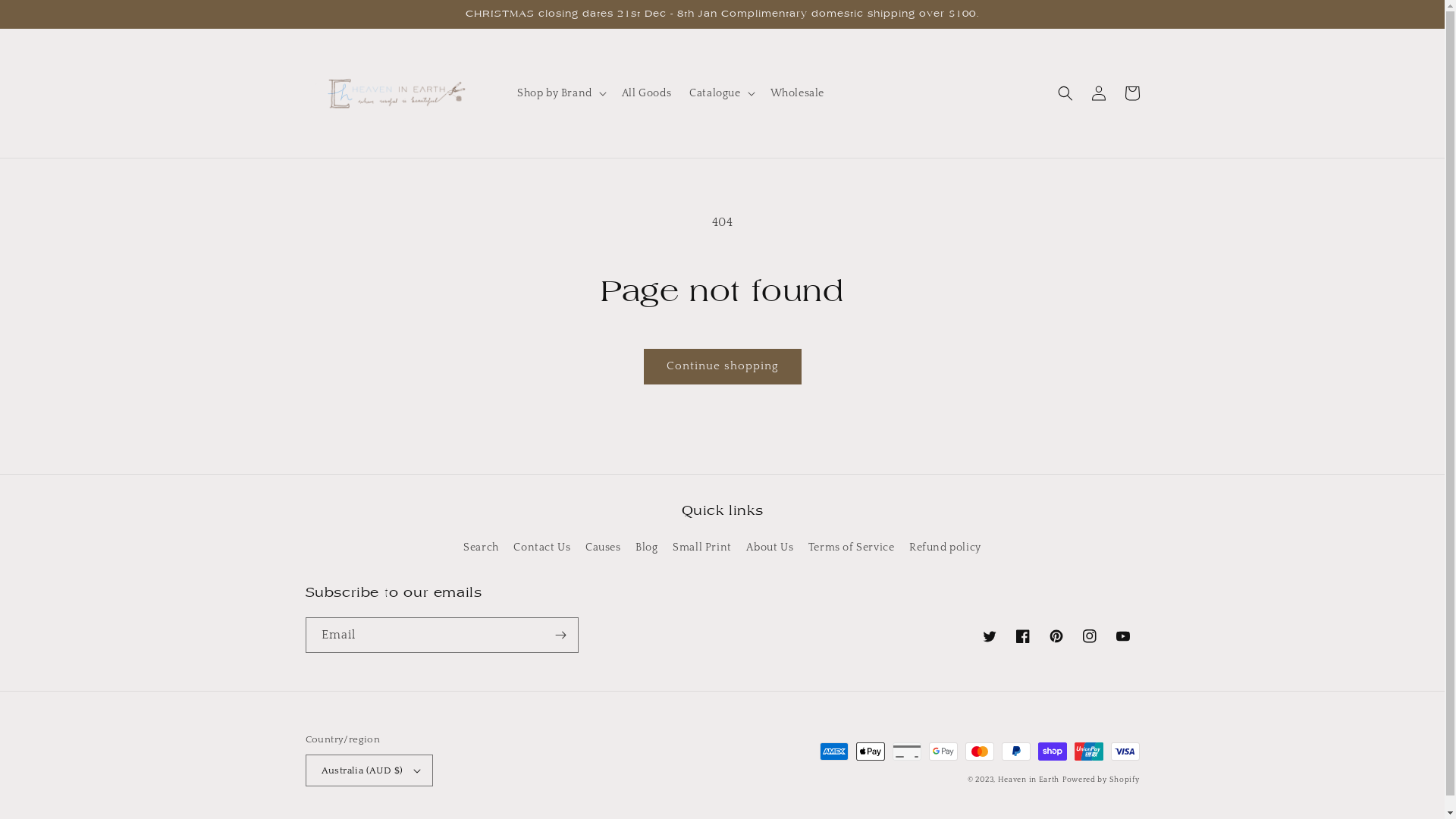 The height and width of the screenshot is (819, 1456). Describe the element at coordinates (1087, 636) in the screenshot. I see `'Instagram'` at that location.